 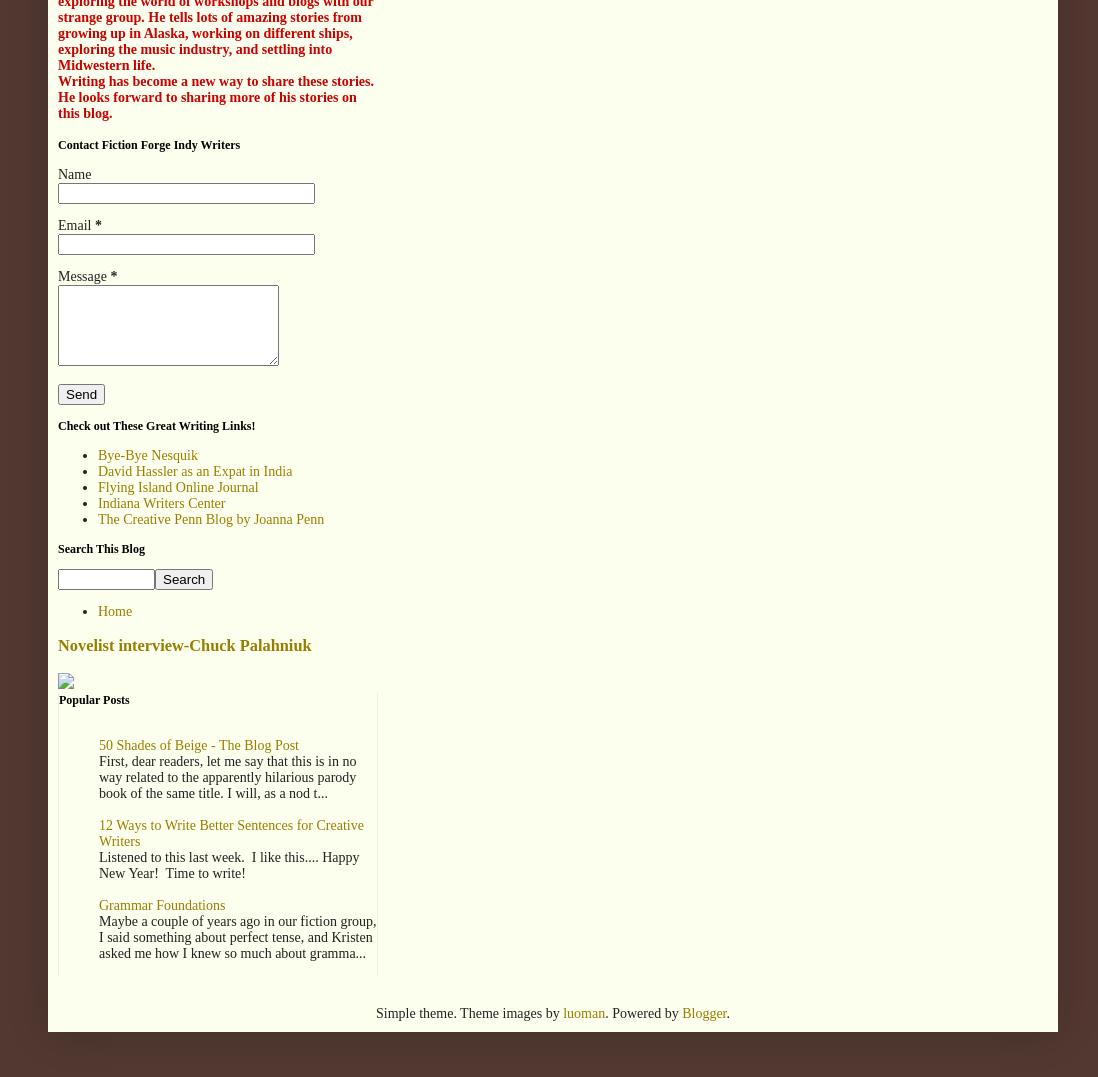 What do you see at coordinates (177, 486) in the screenshot?
I see `'Flying Island Online Journal'` at bounding box center [177, 486].